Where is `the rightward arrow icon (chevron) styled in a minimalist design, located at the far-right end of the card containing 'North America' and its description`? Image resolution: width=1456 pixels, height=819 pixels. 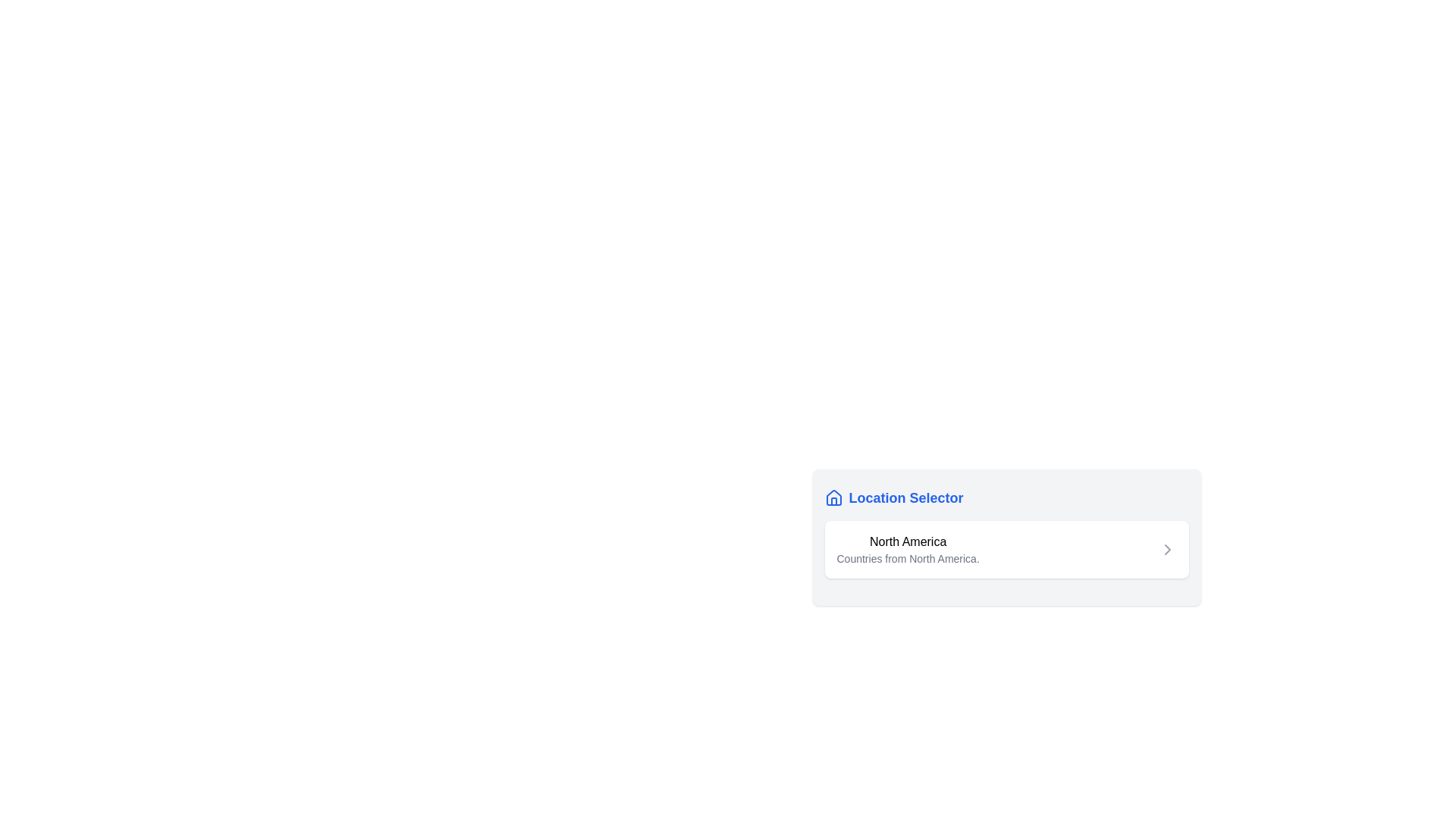
the rightward arrow icon (chevron) styled in a minimalist design, located at the far-right end of the card containing 'North America' and its description is located at coordinates (1166, 550).